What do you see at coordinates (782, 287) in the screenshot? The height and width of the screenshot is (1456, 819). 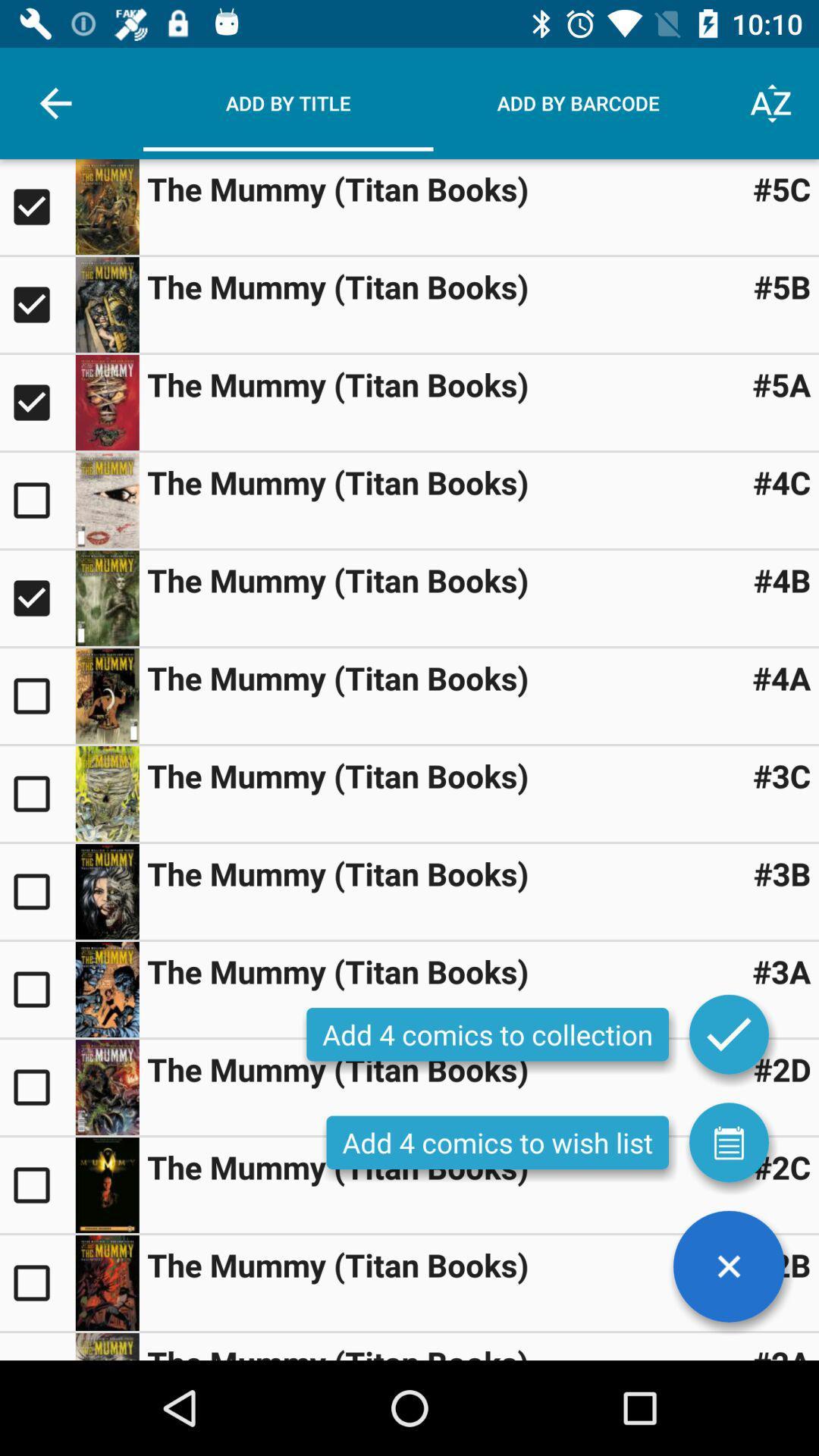 I see `icon to the right of the the mummy titan item` at bounding box center [782, 287].